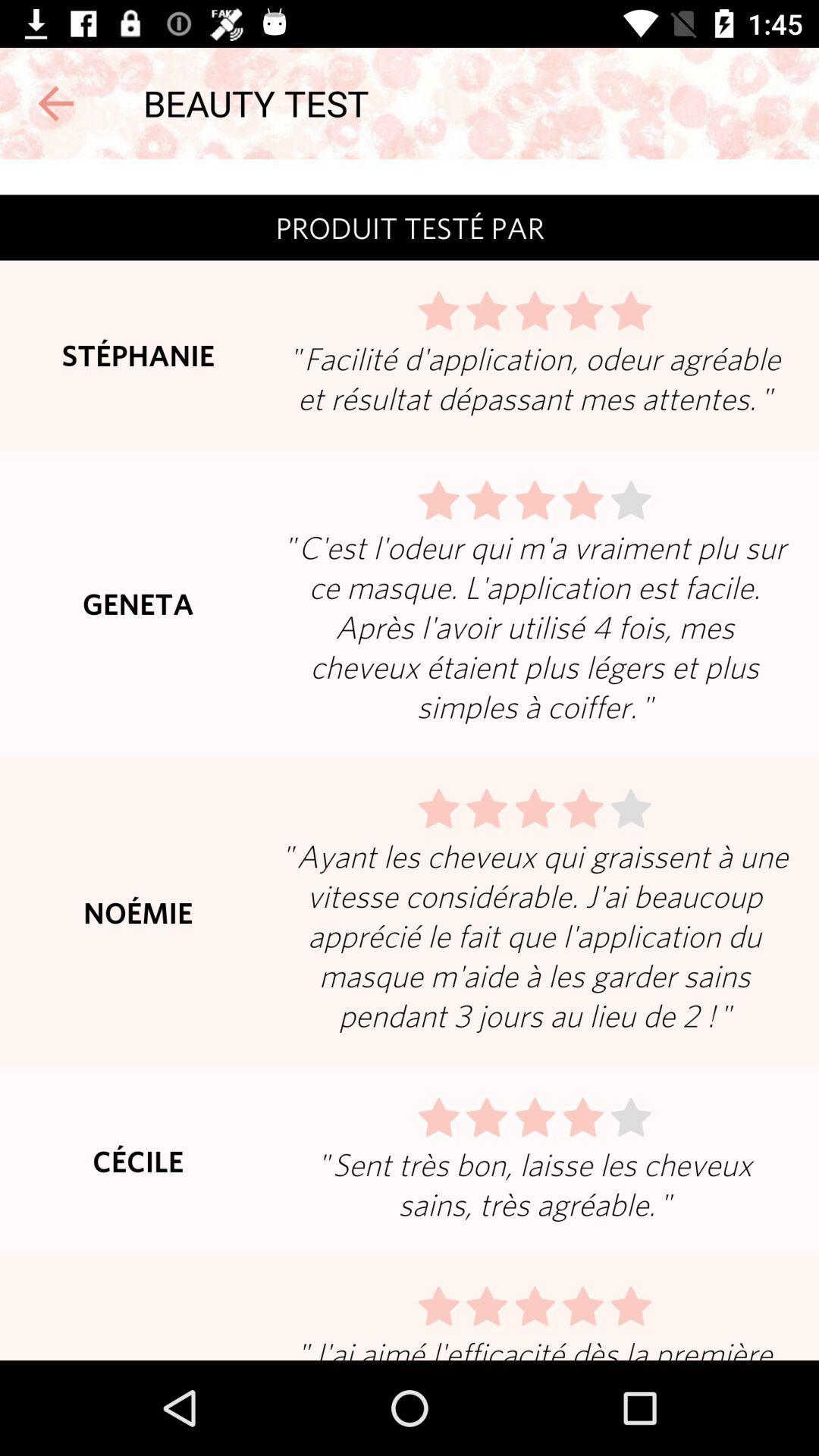 This screenshot has width=819, height=1456. What do you see at coordinates (55, 102) in the screenshot?
I see `go back` at bounding box center [55, 102].